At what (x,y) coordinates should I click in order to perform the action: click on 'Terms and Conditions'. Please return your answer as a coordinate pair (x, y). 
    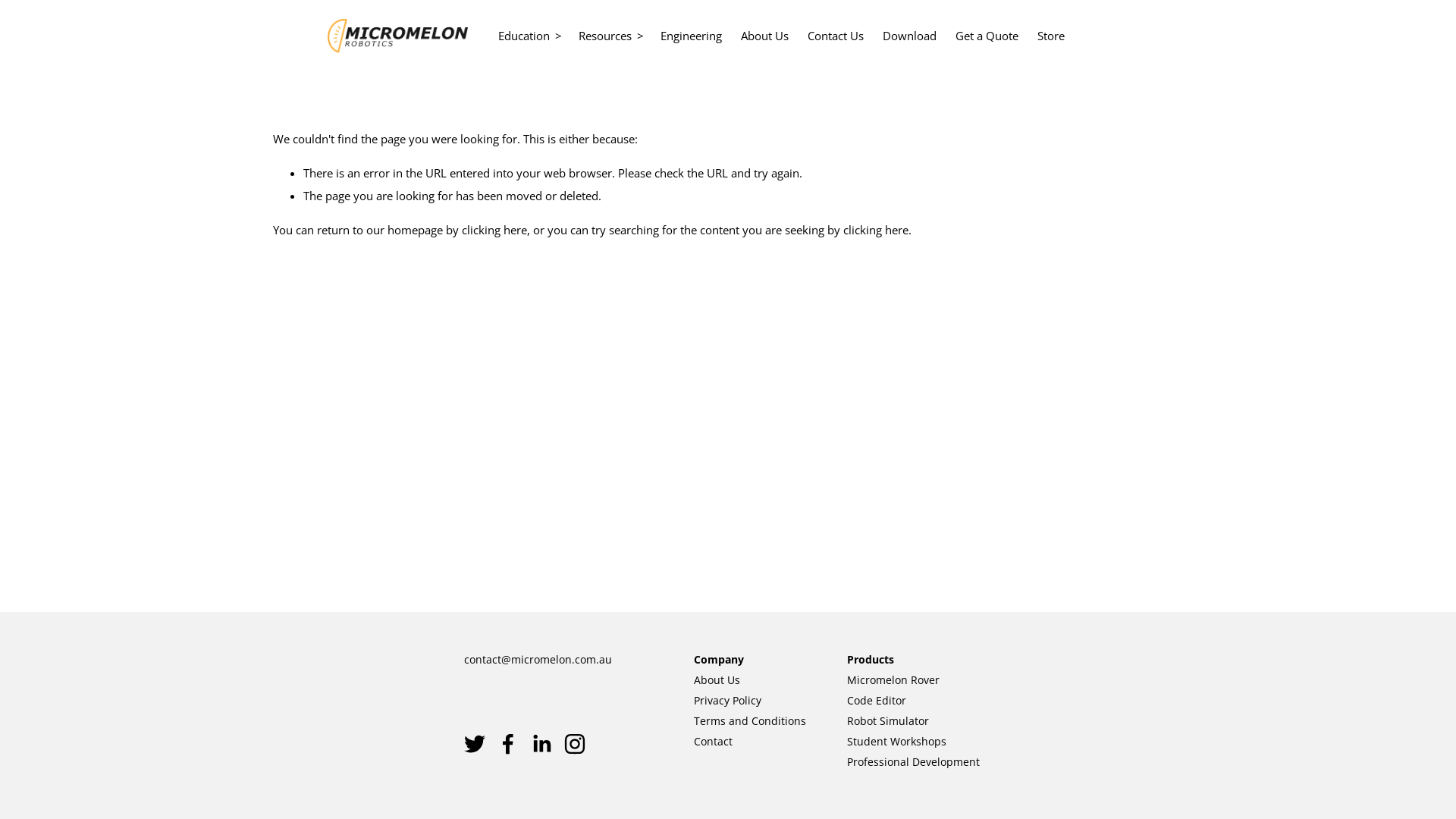
    Looking at the image, I should click on (749, 720).